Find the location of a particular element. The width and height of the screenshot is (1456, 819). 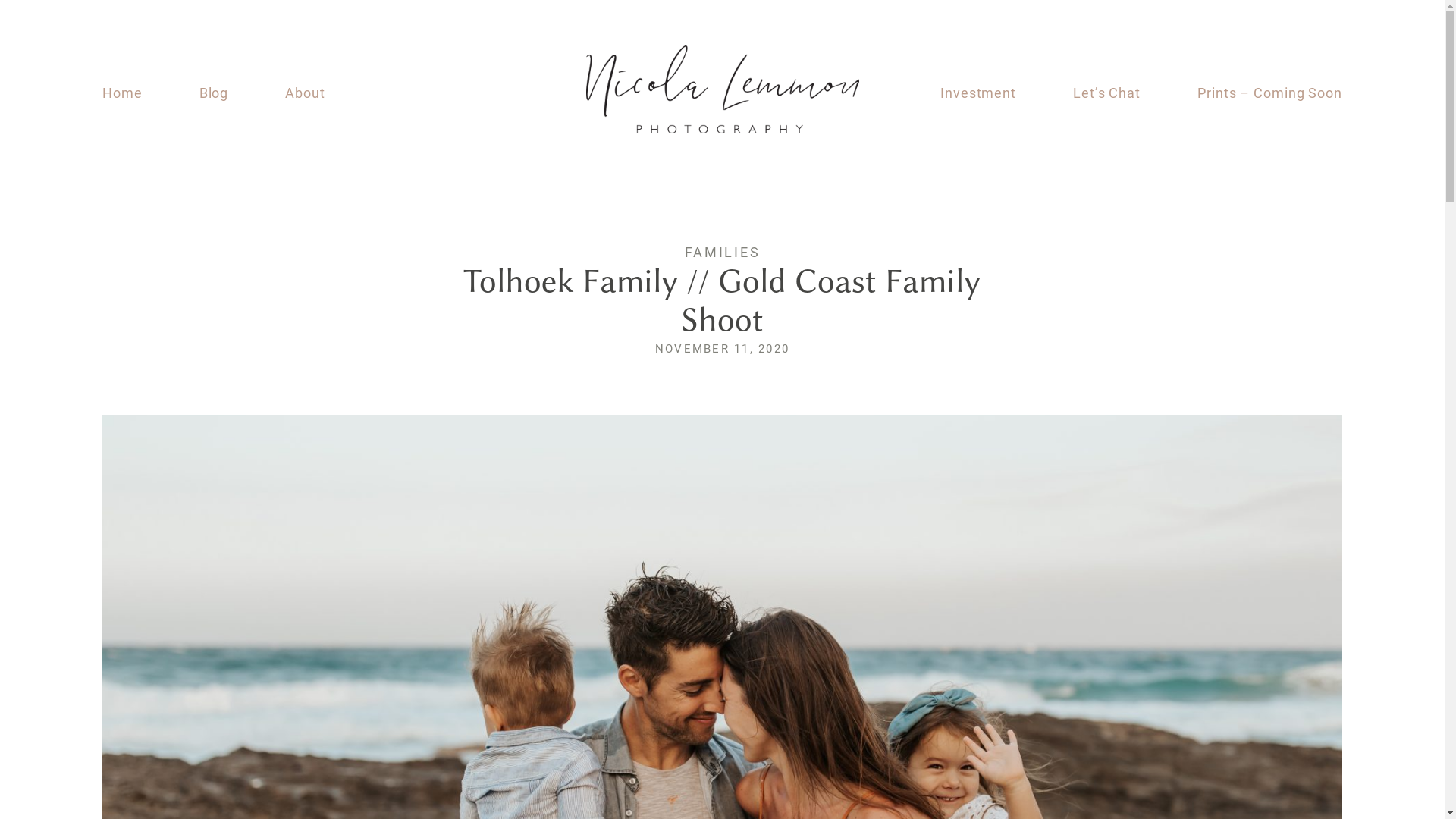

'Blog' is located at coordinates (213, 93).